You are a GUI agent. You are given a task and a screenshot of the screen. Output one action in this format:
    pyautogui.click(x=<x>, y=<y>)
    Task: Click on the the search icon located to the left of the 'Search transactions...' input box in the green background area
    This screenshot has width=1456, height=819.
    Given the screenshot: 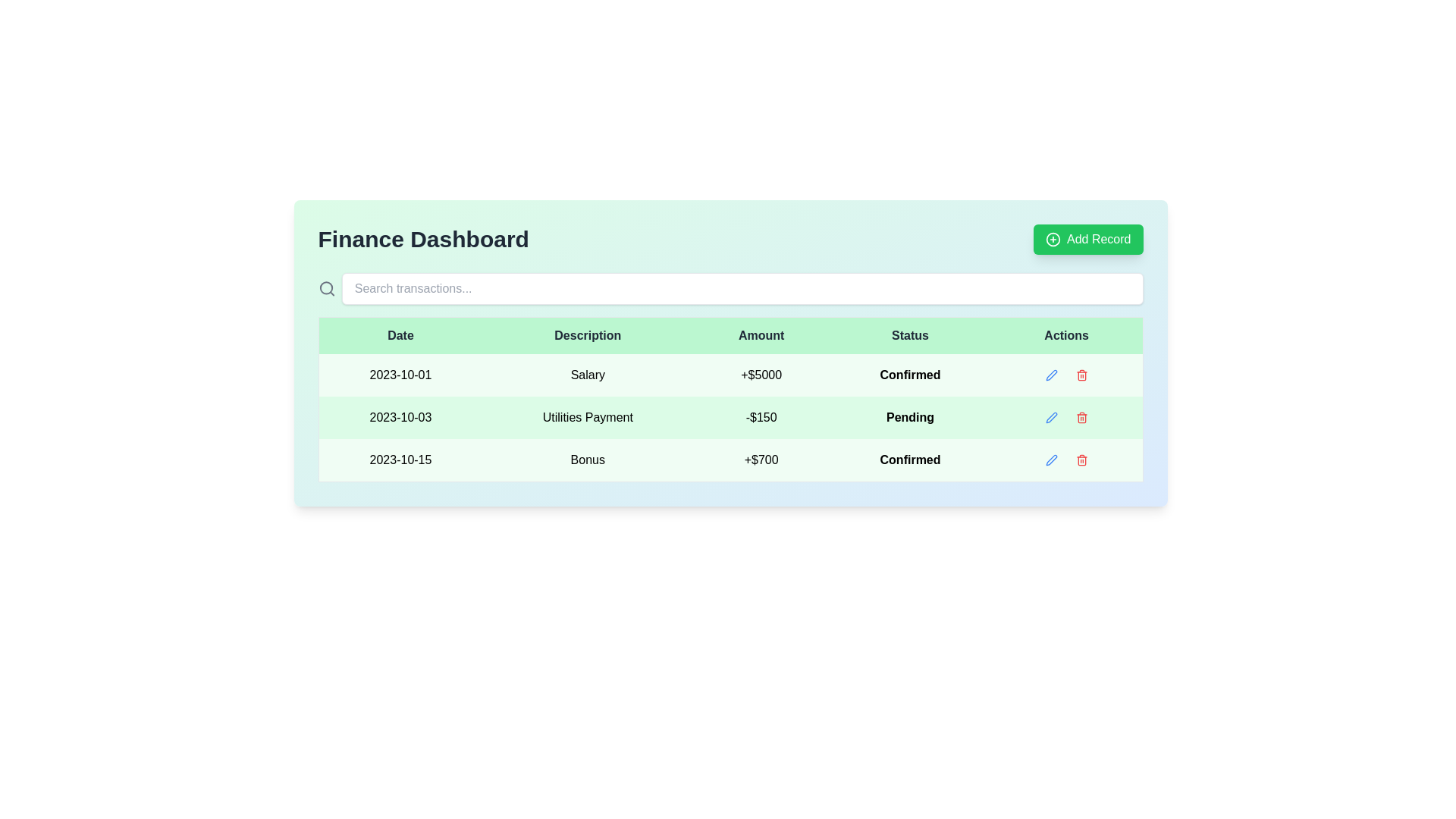 What is the action you would take?
    pyautogui.click(x=326, y=289)
    